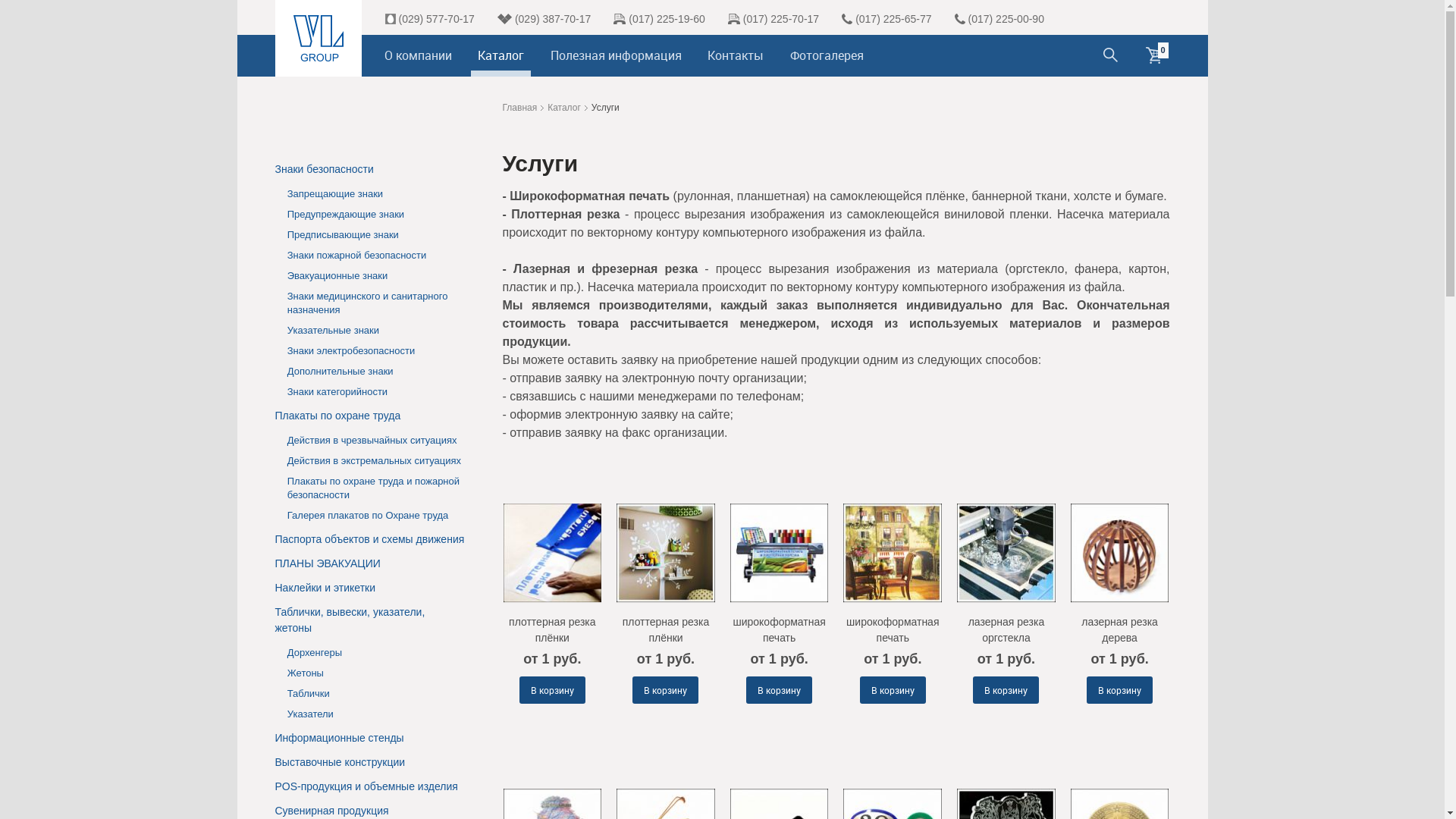  Describe the element at coordinates (893, 18) in the screenshot. I see `'(017) 225-65-77'` at that location.